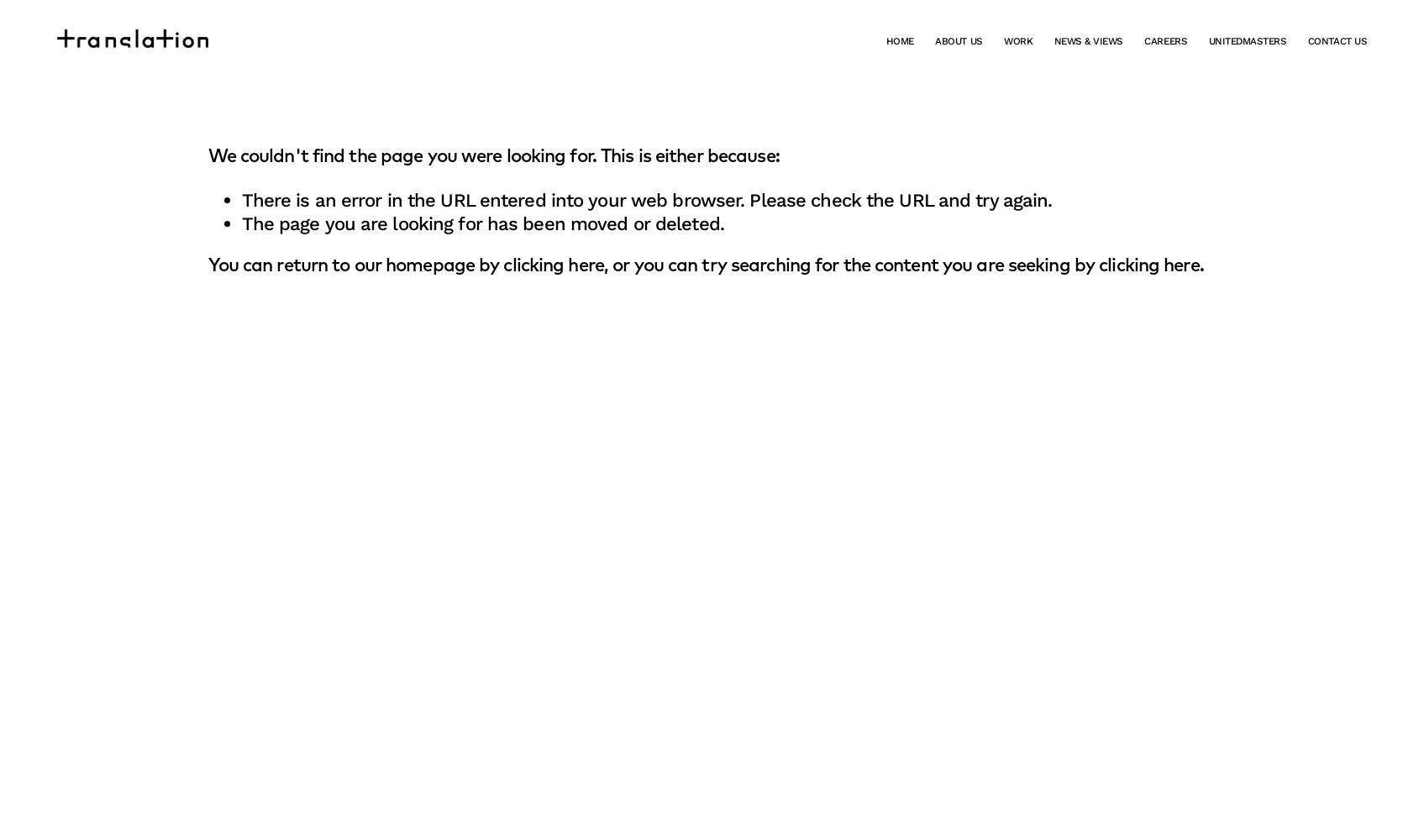  Describe the element at coordinates (1200, 265) in the screenshot. I see `'.'` at that location.